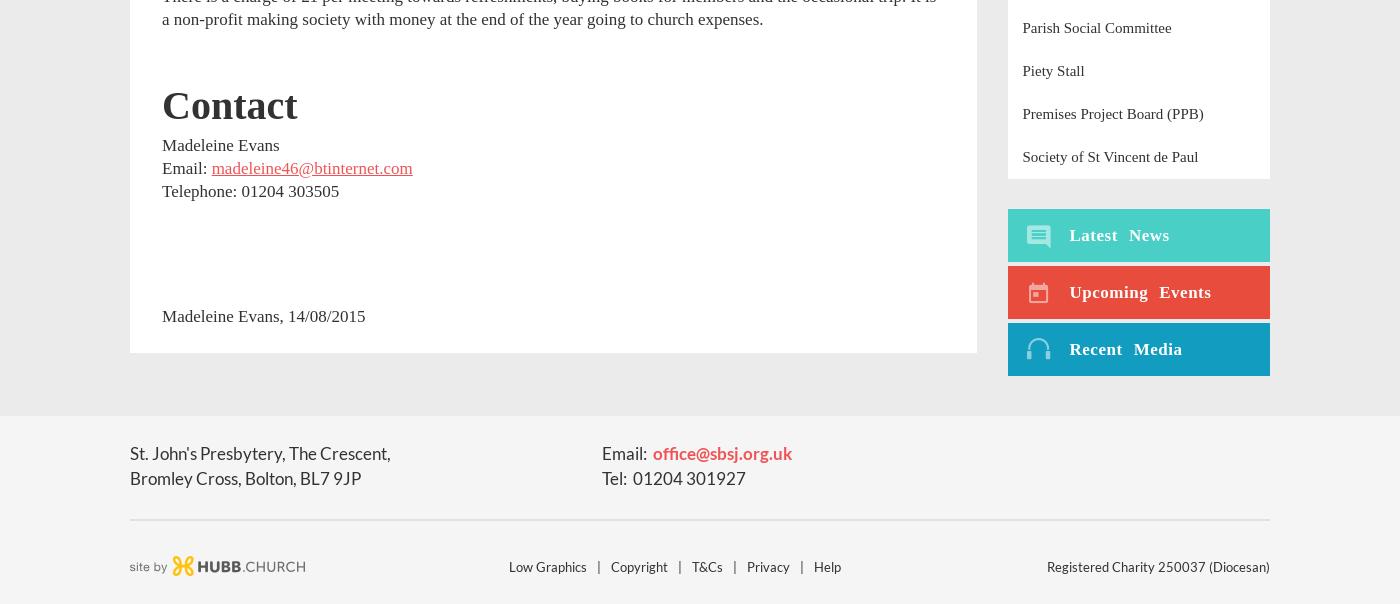  Describe the element at coordinates (756, 453) in the screenshot. I see `'org'` at that location.